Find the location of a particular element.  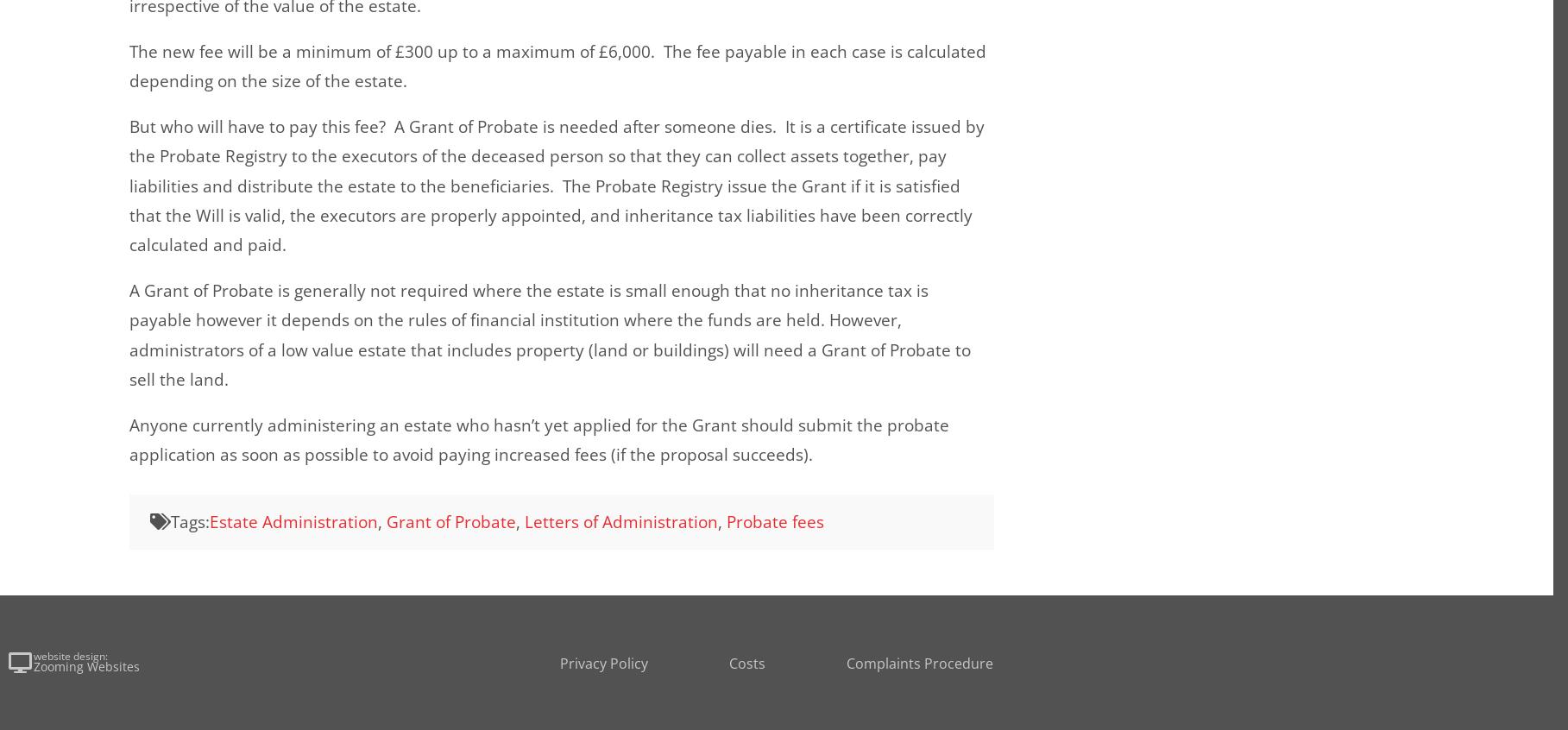

'website design:' is located at coordinates (70, 654).